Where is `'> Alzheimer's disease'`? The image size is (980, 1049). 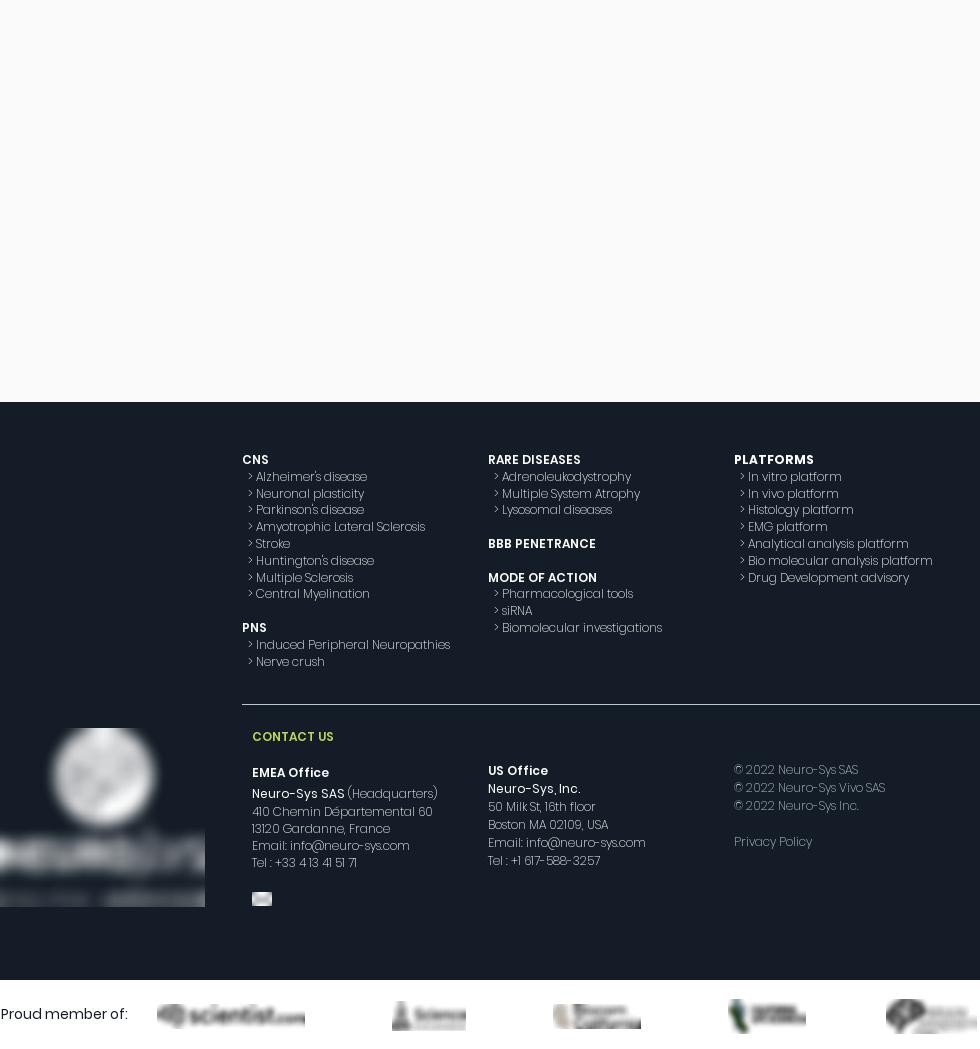 '> Alzheimer's disease' is located at coordinates (304, 475).